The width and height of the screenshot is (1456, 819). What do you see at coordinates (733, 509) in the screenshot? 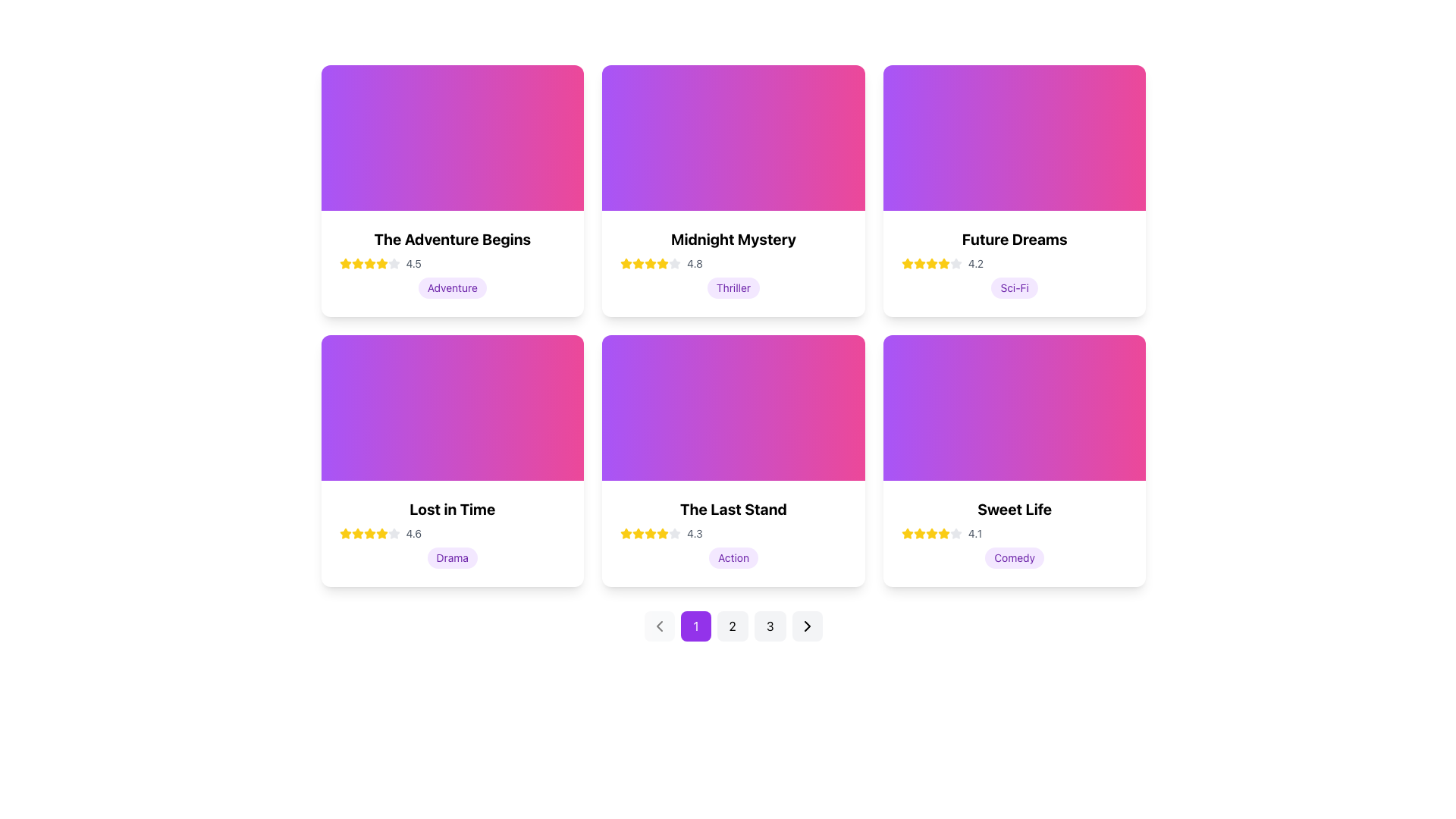
I see `text 'The Last Stand' displayed in the card layout, which is located in the bottom row, second column of the grid layout, above the rating stars and category label 'Action'` at bounding box center [733, 509].